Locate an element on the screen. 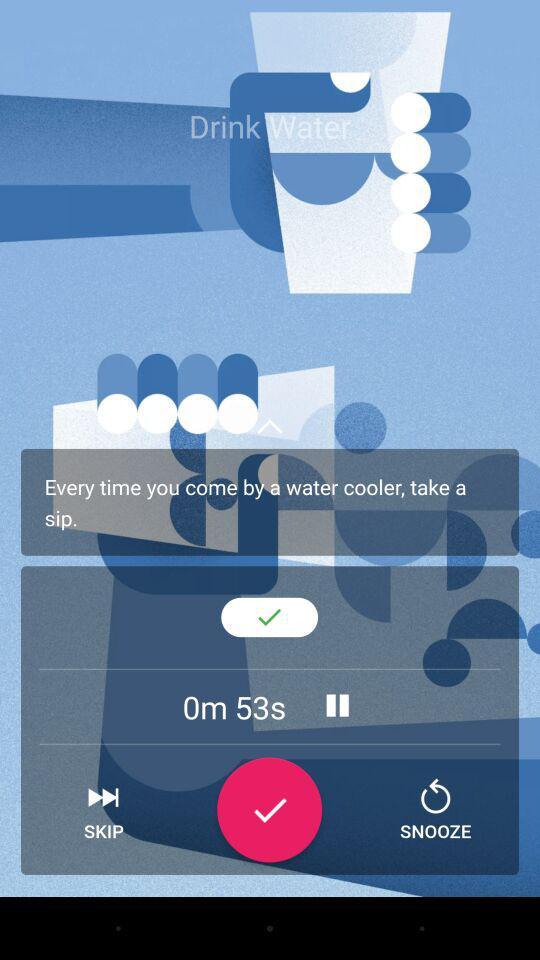 Image resolution: width=540 pixels, height=960 pixels. the right icon is located at coordinates (269, 810).